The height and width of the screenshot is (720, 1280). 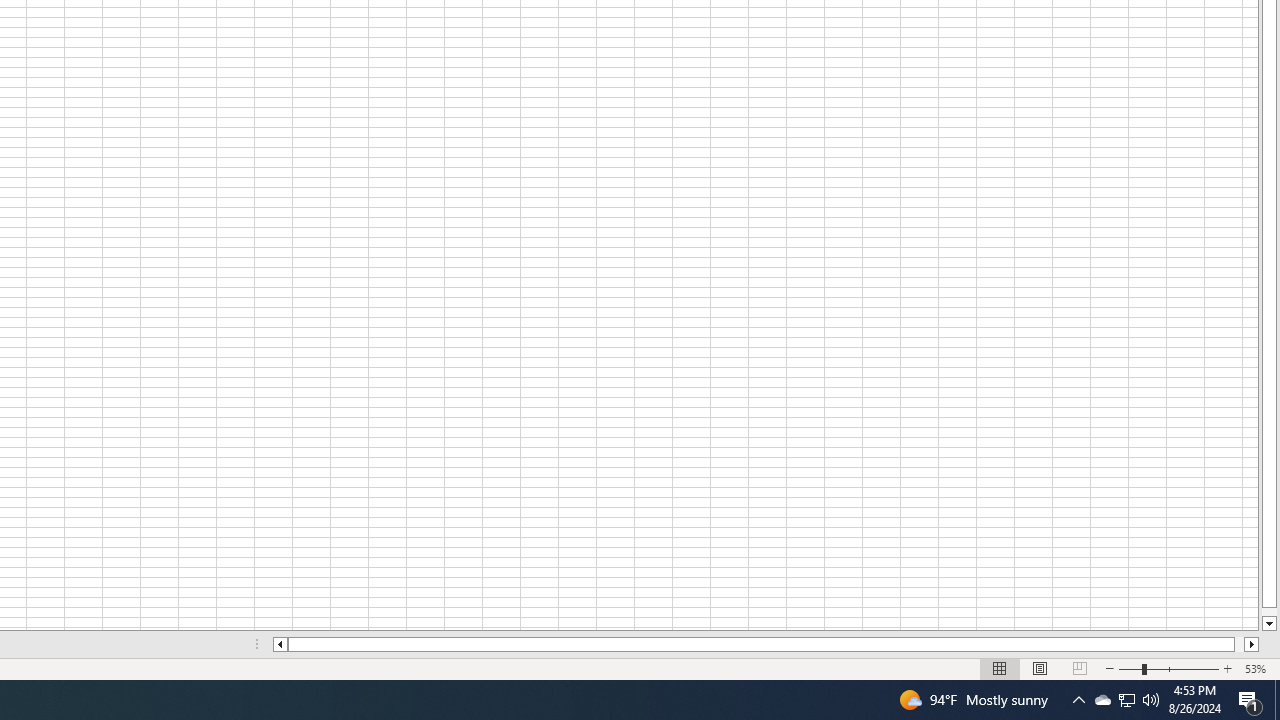 What do you see at coordinates (1251, 644) in the screenshot?
I see `'Column right'` at bounding box center [1251, 644].